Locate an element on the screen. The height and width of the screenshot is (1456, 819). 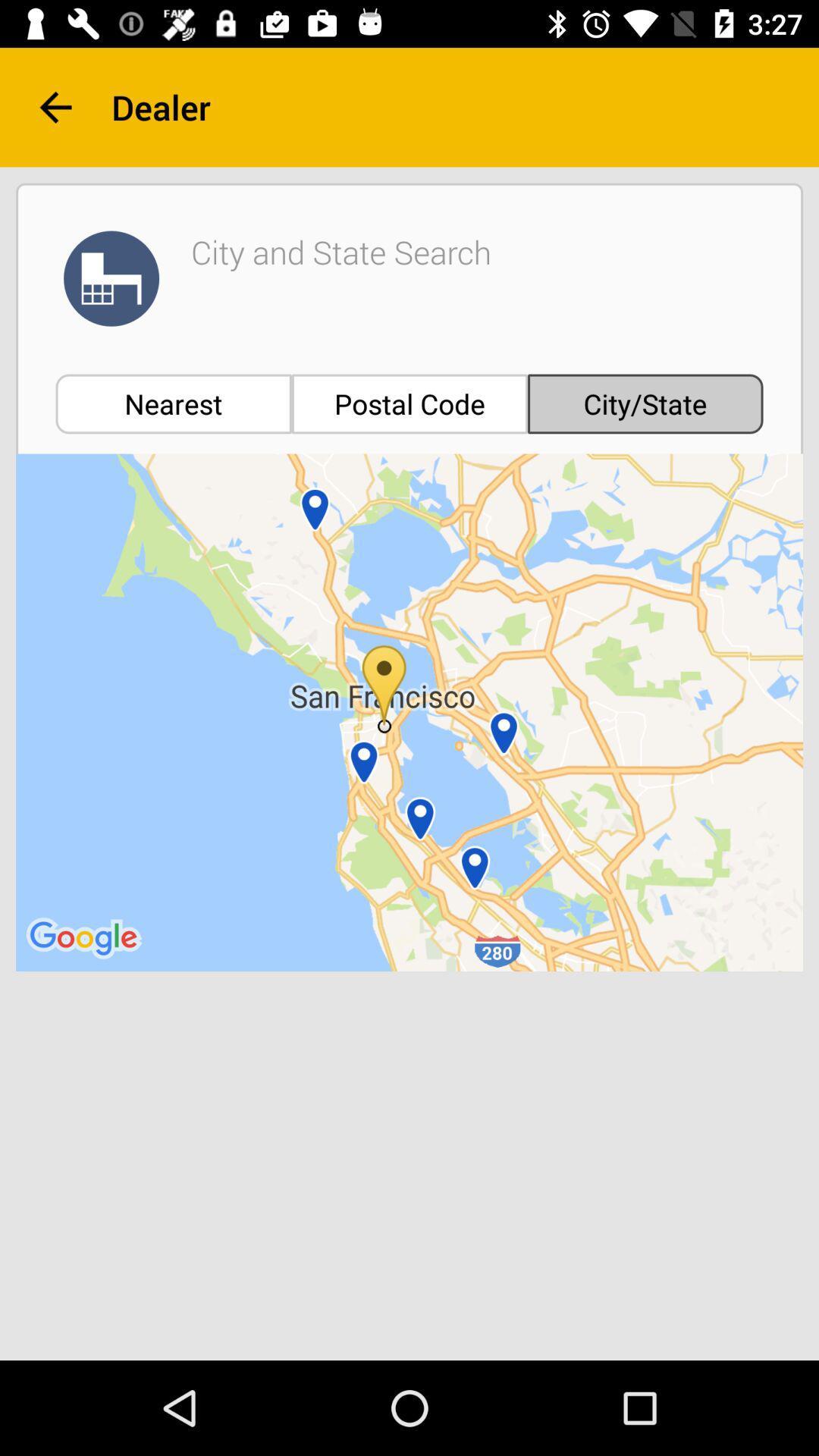
the item to the left of postal code icon is located at coordinates (173, 403).